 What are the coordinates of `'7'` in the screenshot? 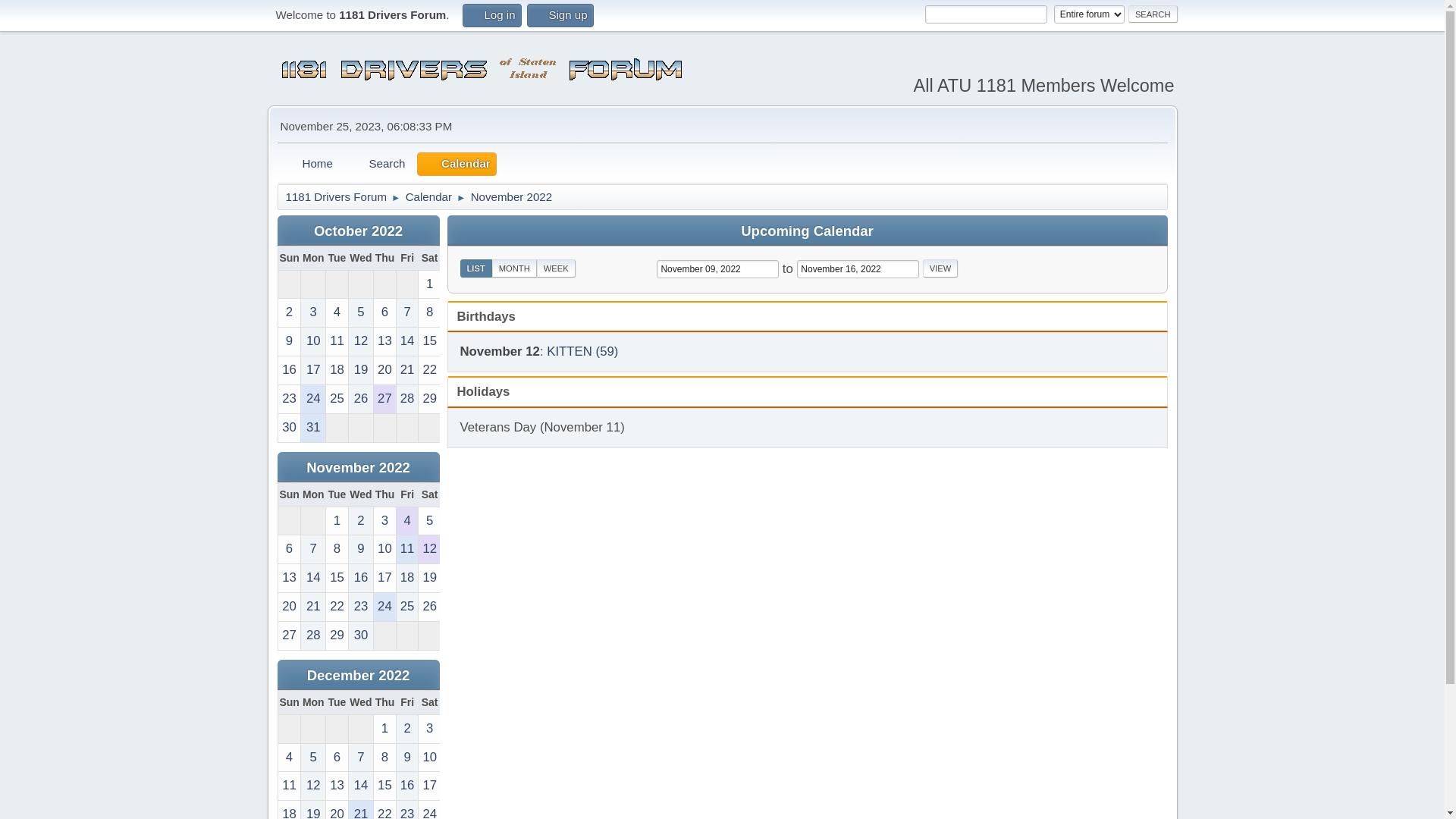 It's located at (312, 549).